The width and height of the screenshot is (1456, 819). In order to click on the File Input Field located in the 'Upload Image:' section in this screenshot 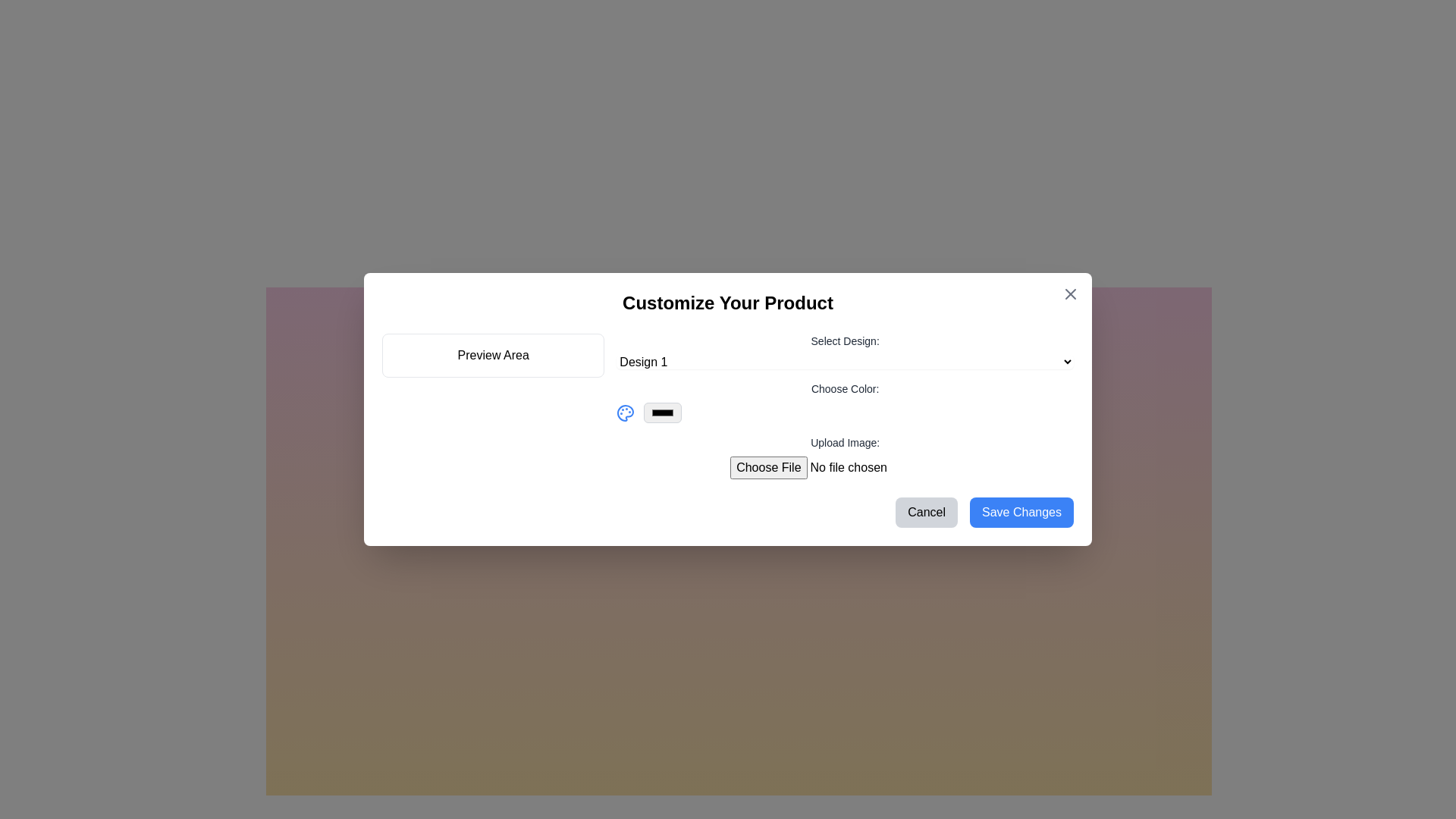, I will do `click(844, 467)`.